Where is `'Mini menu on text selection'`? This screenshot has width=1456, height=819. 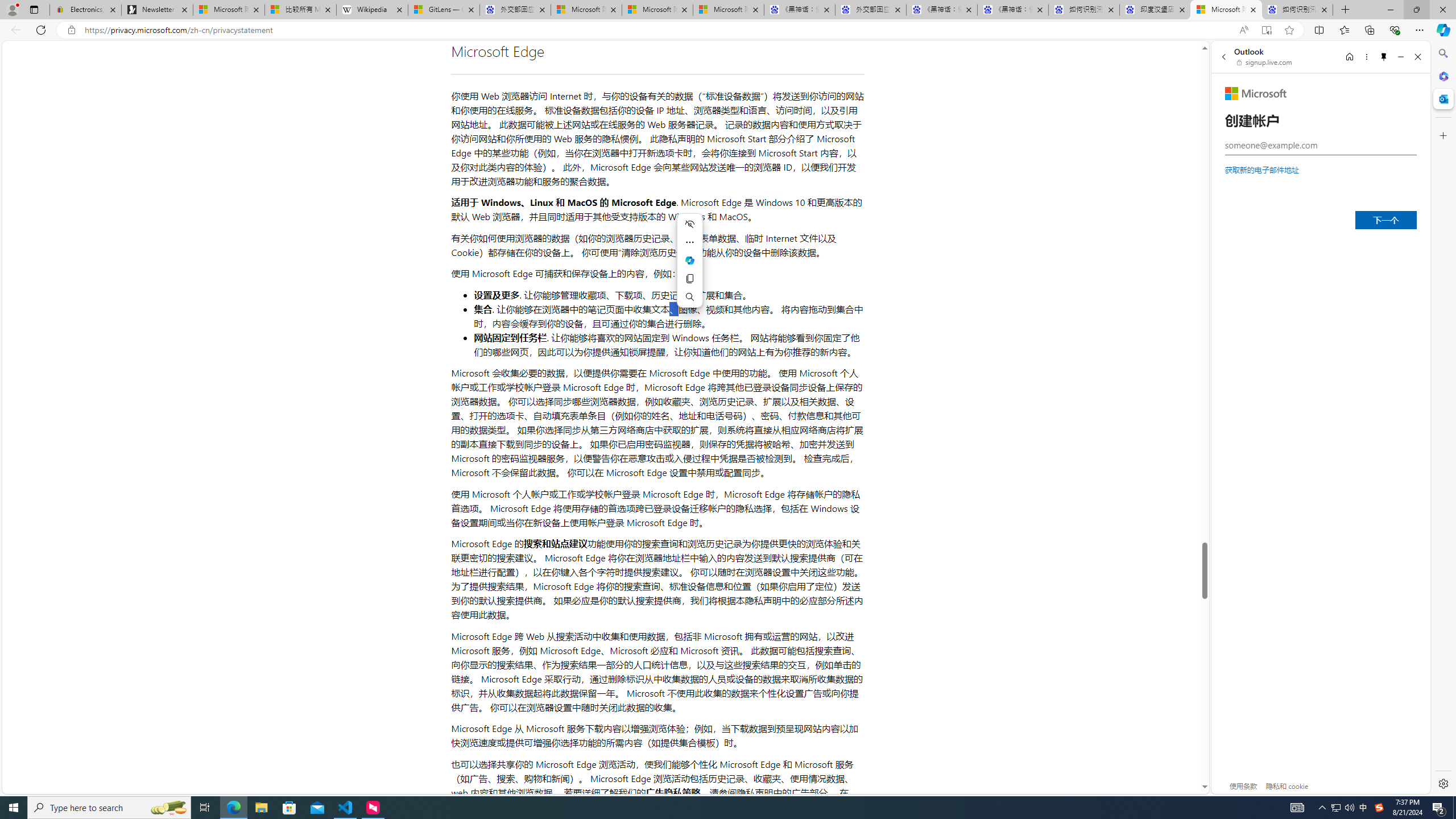
'Mini menu on text selection' is located at coordinates (689, 259).